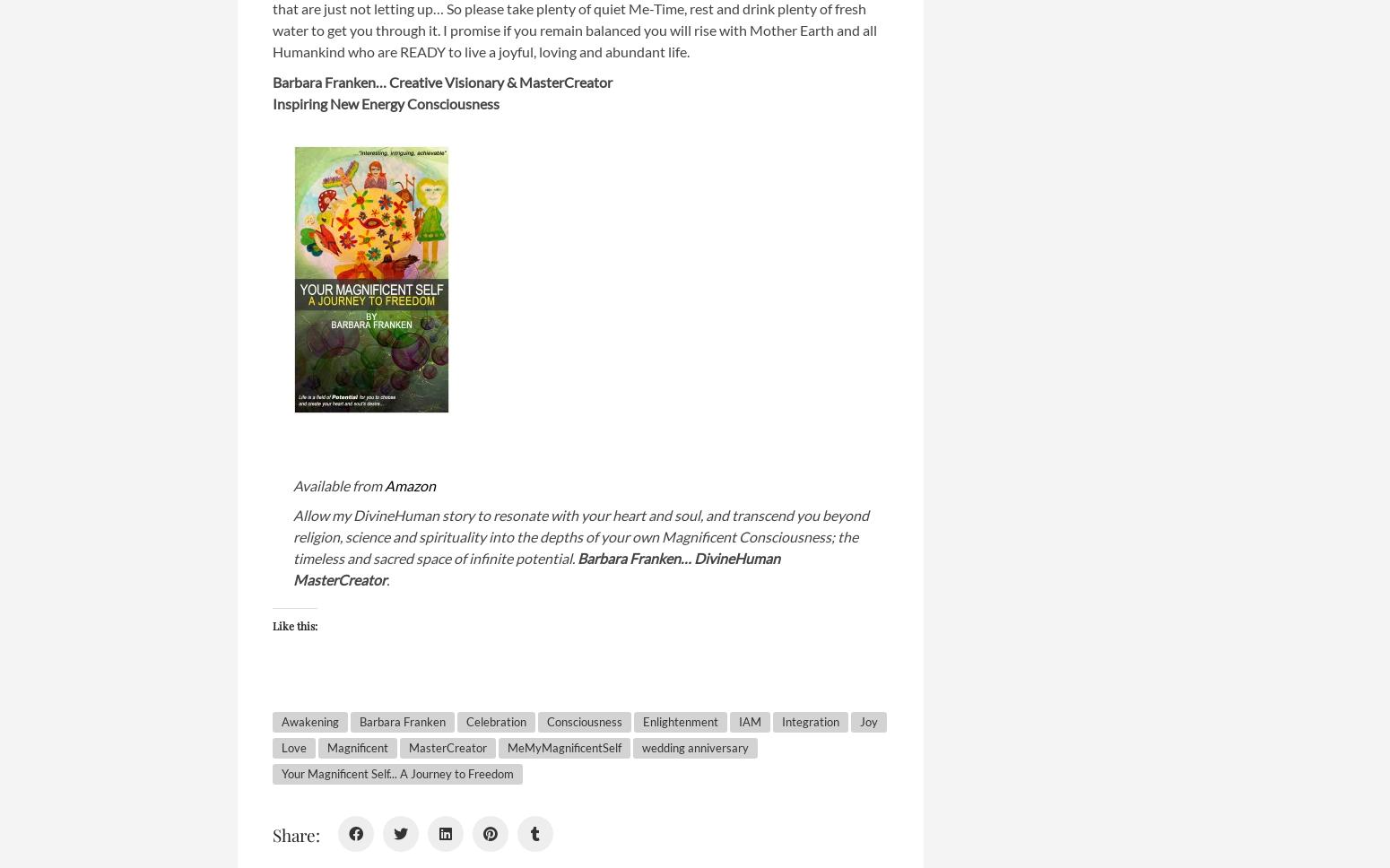 This screenshot has width=1390, height=868. Describe the element at coordinates (580, 536) in the screenshot. I see `'Allow my DivineHuman story to resonate with your heart and soul, and transcend you beyond religion, science and spirituality into the depths of your own Magnificent Consciousness; the timeless and sacred space of infinite potential.'` at that location.